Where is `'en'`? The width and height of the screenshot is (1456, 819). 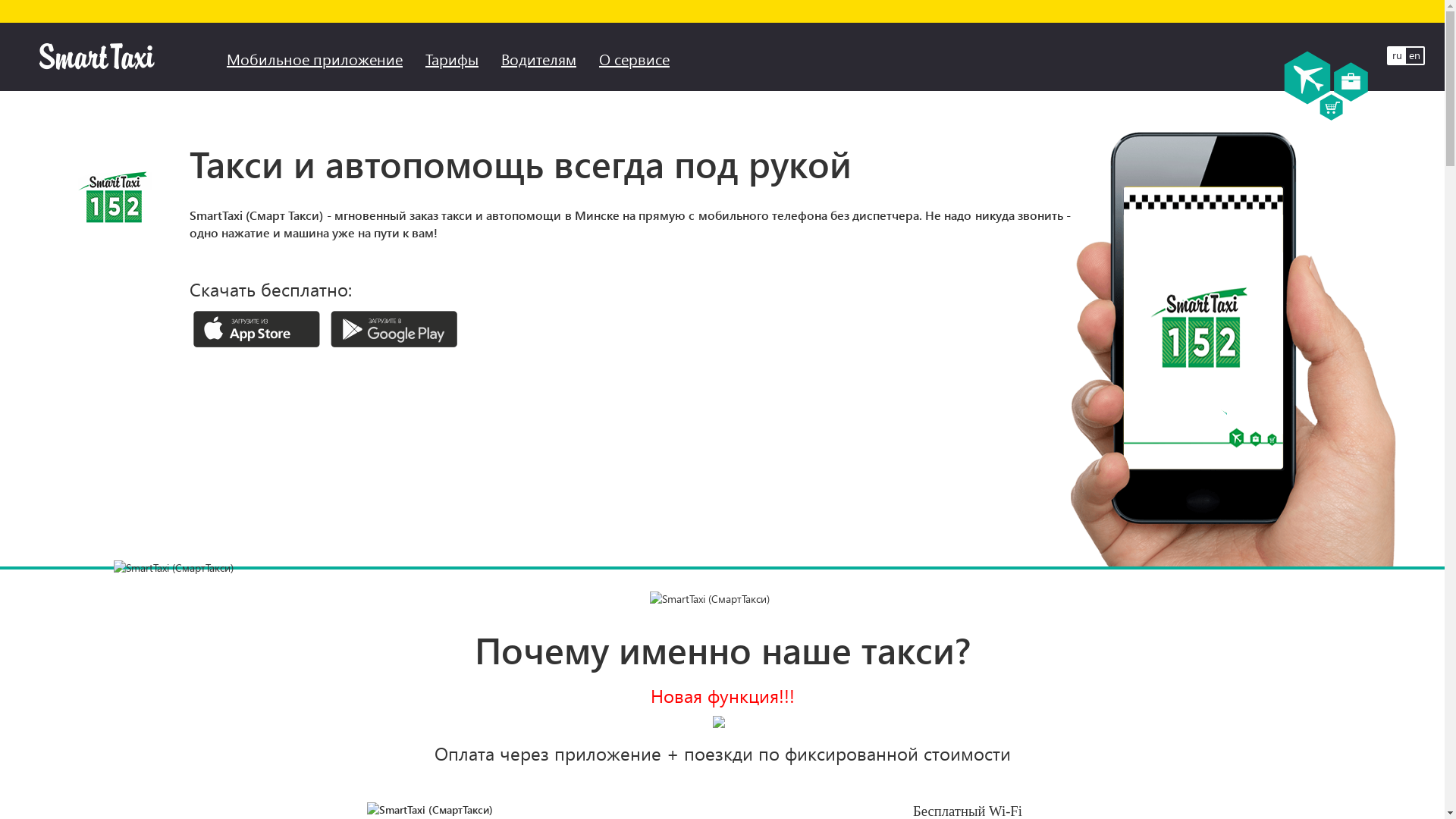
'en' is located at coordinates (1414, 54).